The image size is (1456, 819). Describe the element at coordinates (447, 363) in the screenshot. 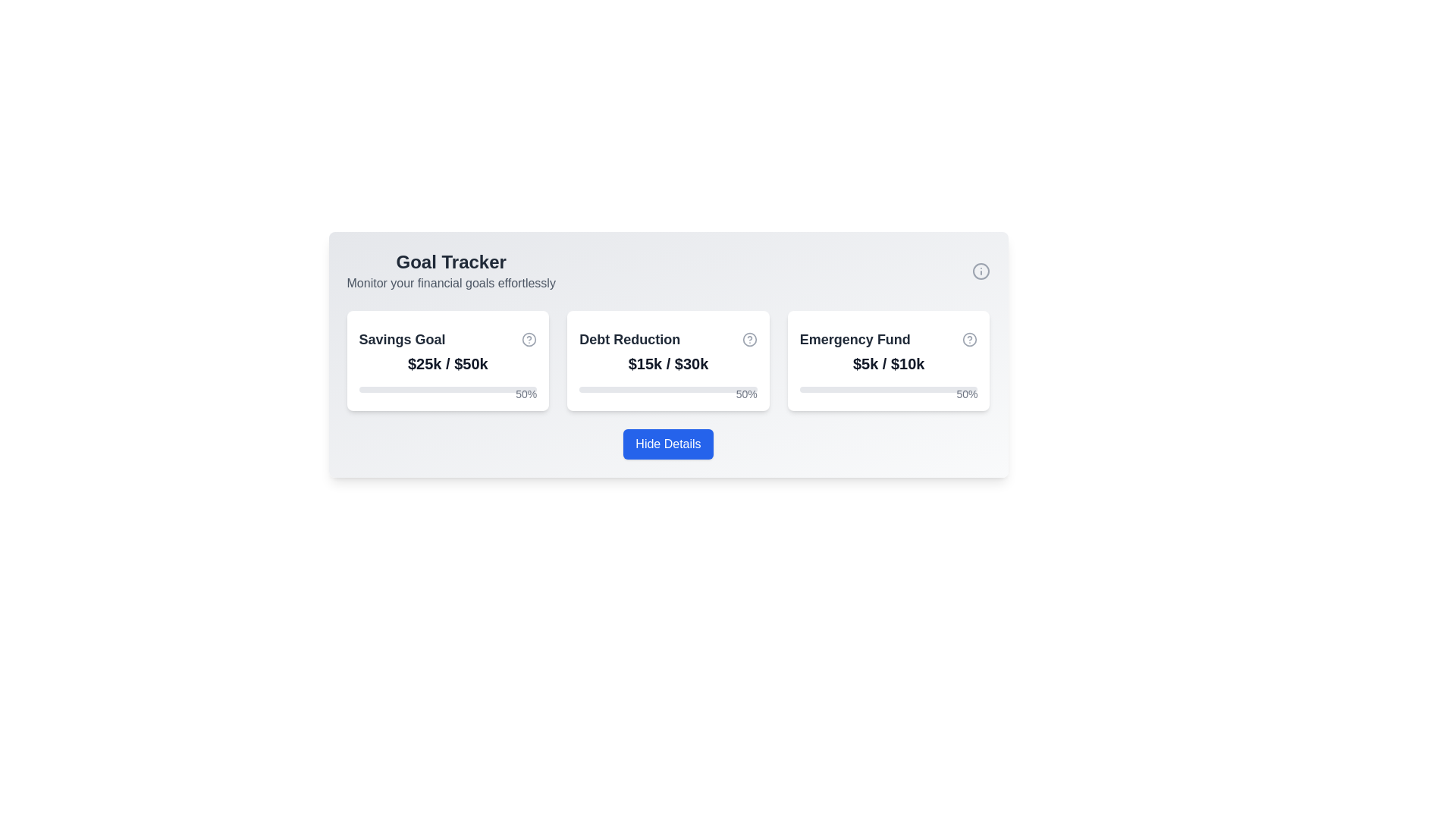

I see `the text indicating the current progress and target goal values for the 'Savings Goal', located in the second row of the 'Savings Goal' card beneath the title text and above the progress indicator` at that location.